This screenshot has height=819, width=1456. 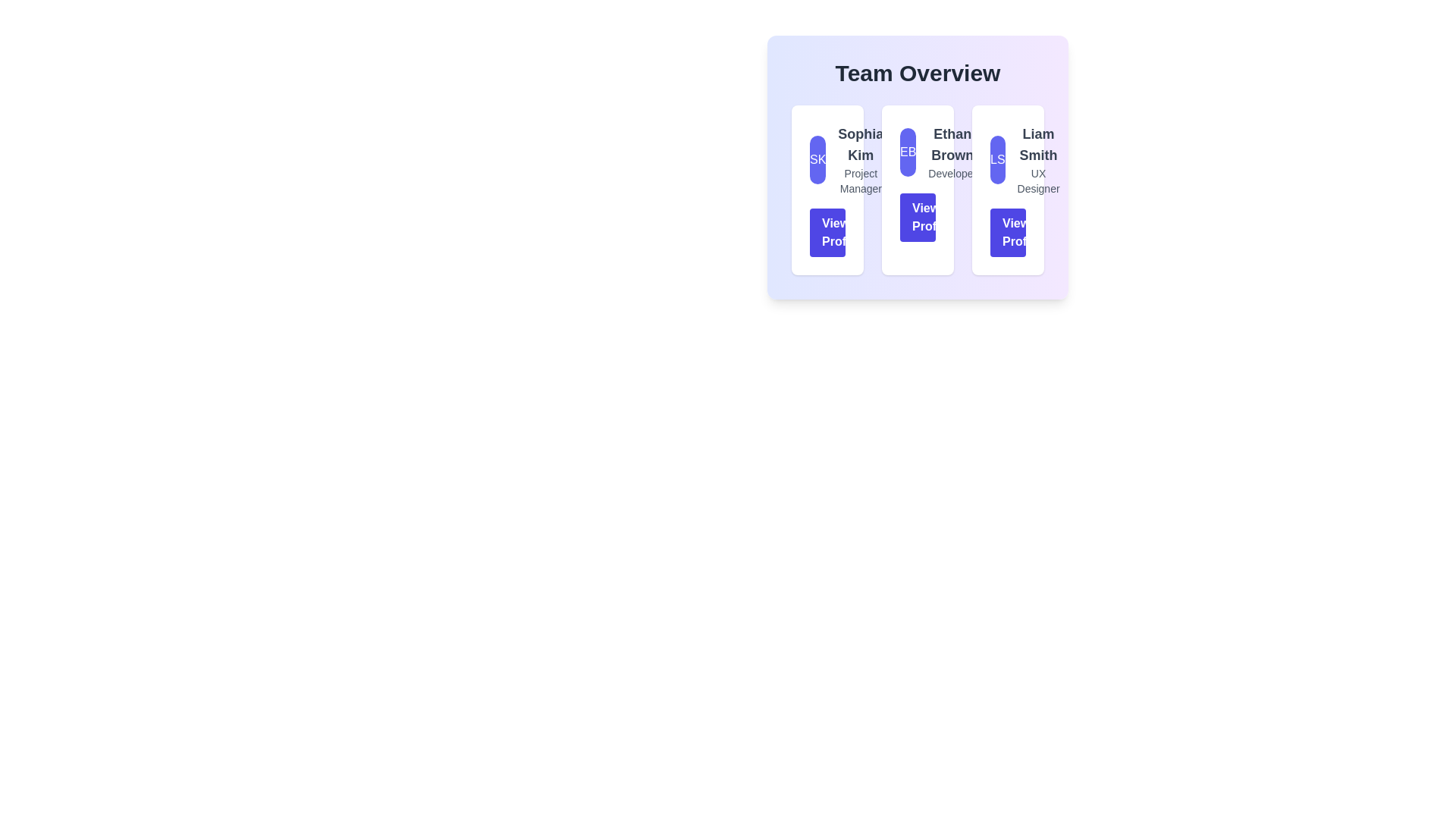 I want to click on the 'View Profile' button, which is an indigo blue rectangular button with rounded corners, so click(x=917, y=217).